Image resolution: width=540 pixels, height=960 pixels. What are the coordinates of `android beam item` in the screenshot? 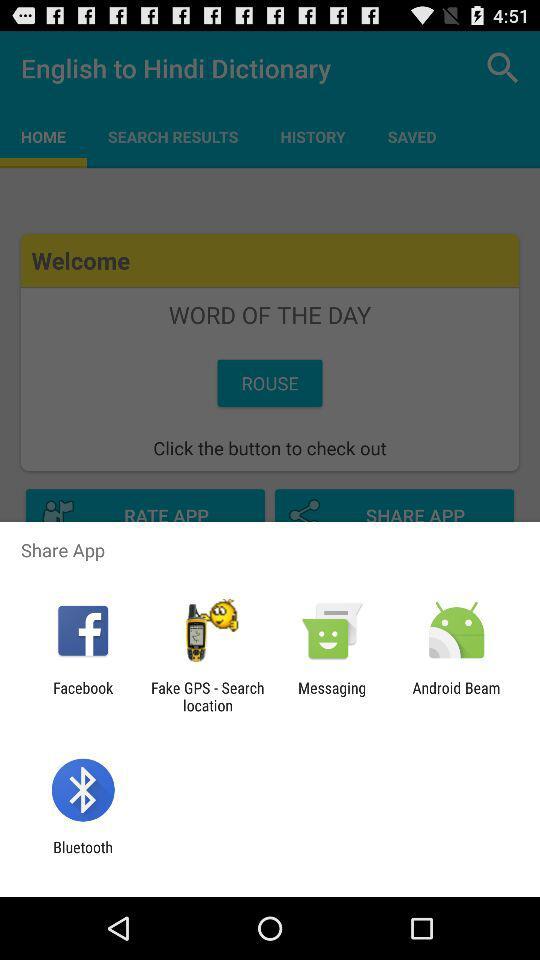 It's located at (456, 696).